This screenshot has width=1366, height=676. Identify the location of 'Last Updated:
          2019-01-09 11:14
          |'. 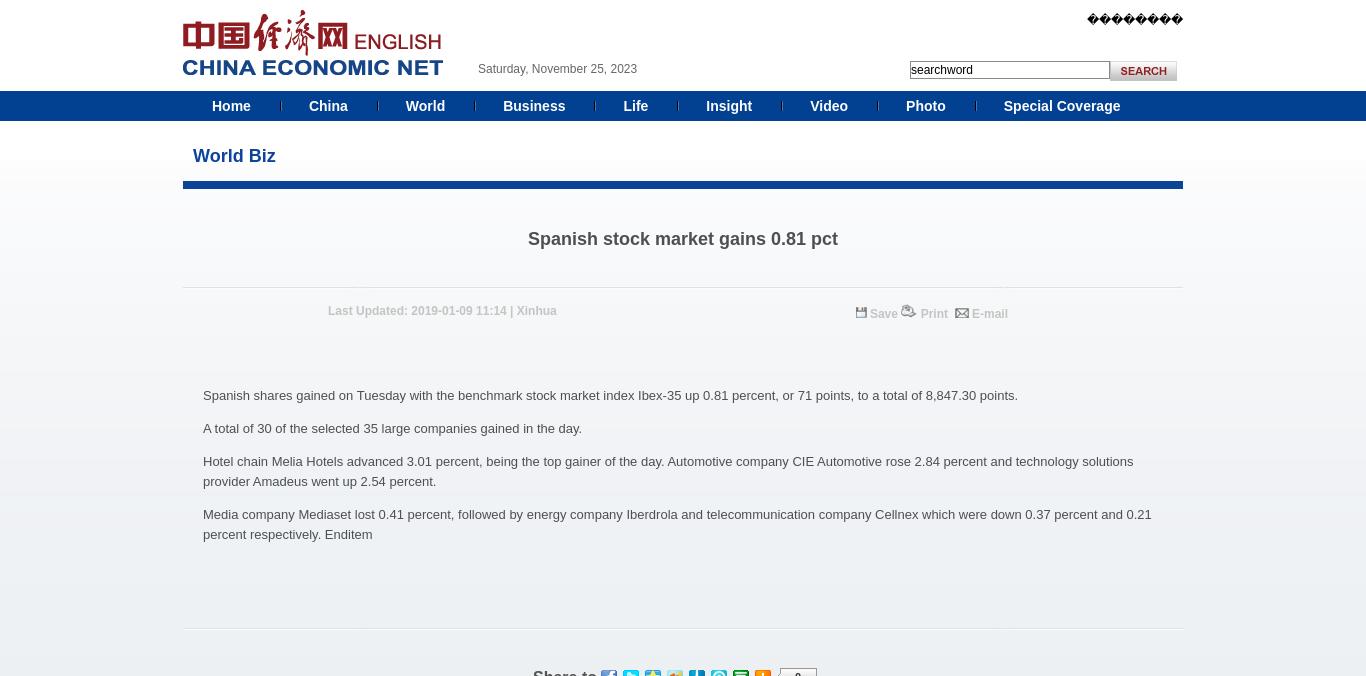
(420, 311).